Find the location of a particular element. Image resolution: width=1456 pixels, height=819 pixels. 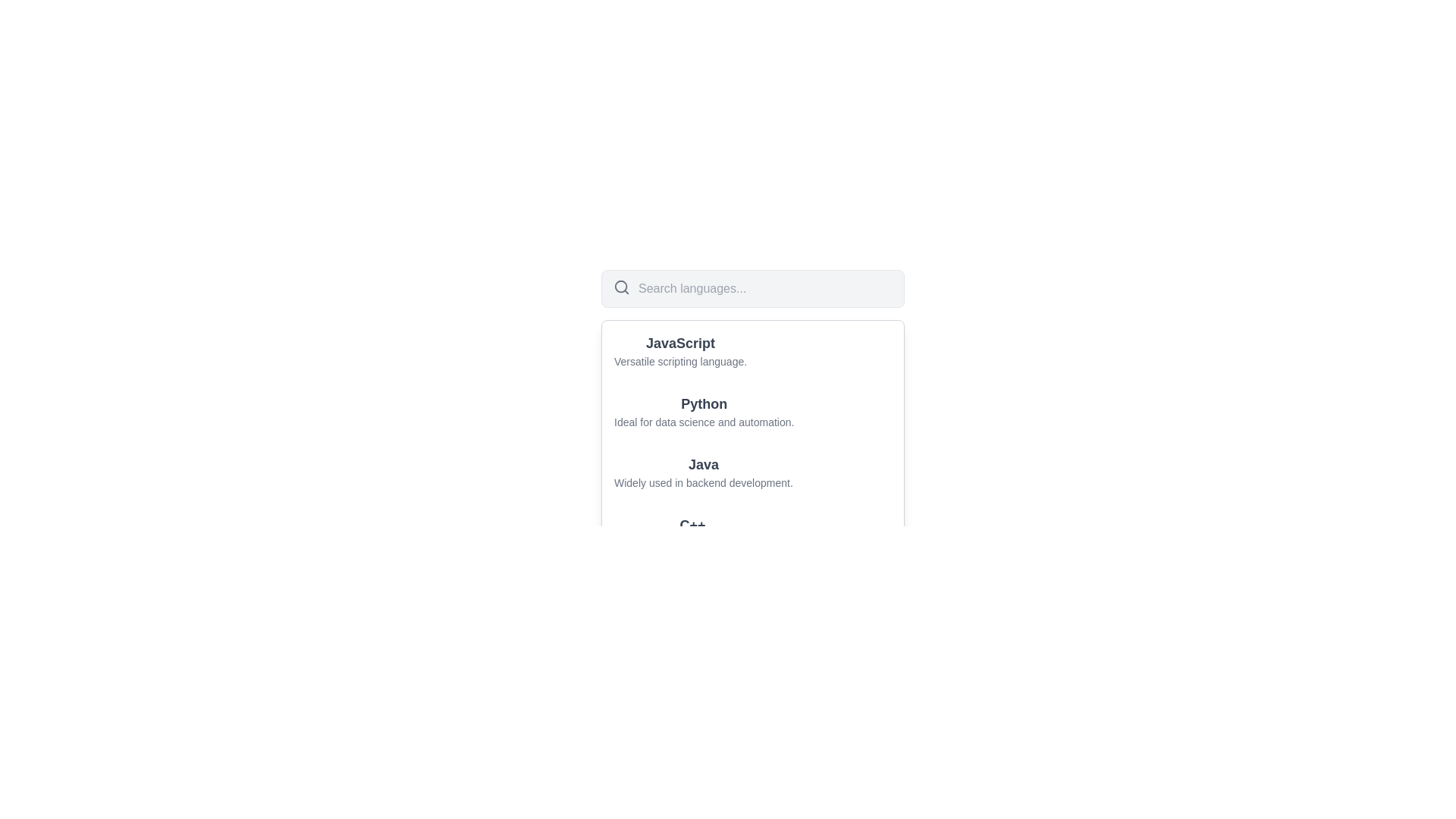

the list item containing 'JavaScript' with the description 'Versatile scripting language.' to change its background color is located at coordinates (753, 350).